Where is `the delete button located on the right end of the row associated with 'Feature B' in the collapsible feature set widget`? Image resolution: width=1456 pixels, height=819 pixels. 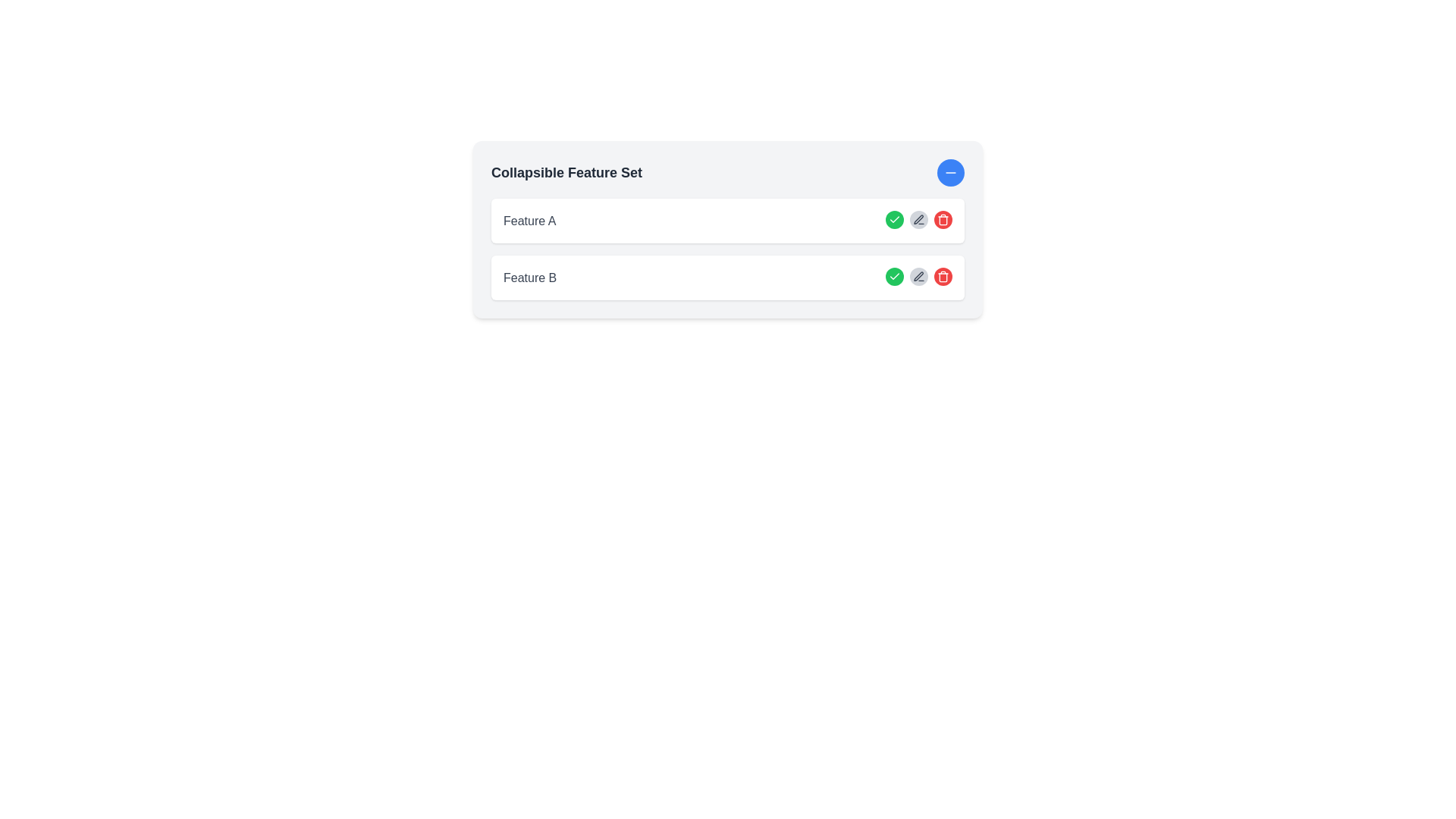 the delete button located on the right end of the row associated with 'Feature B' in the collapsible feature set widget is located at coordinates (942, 277).